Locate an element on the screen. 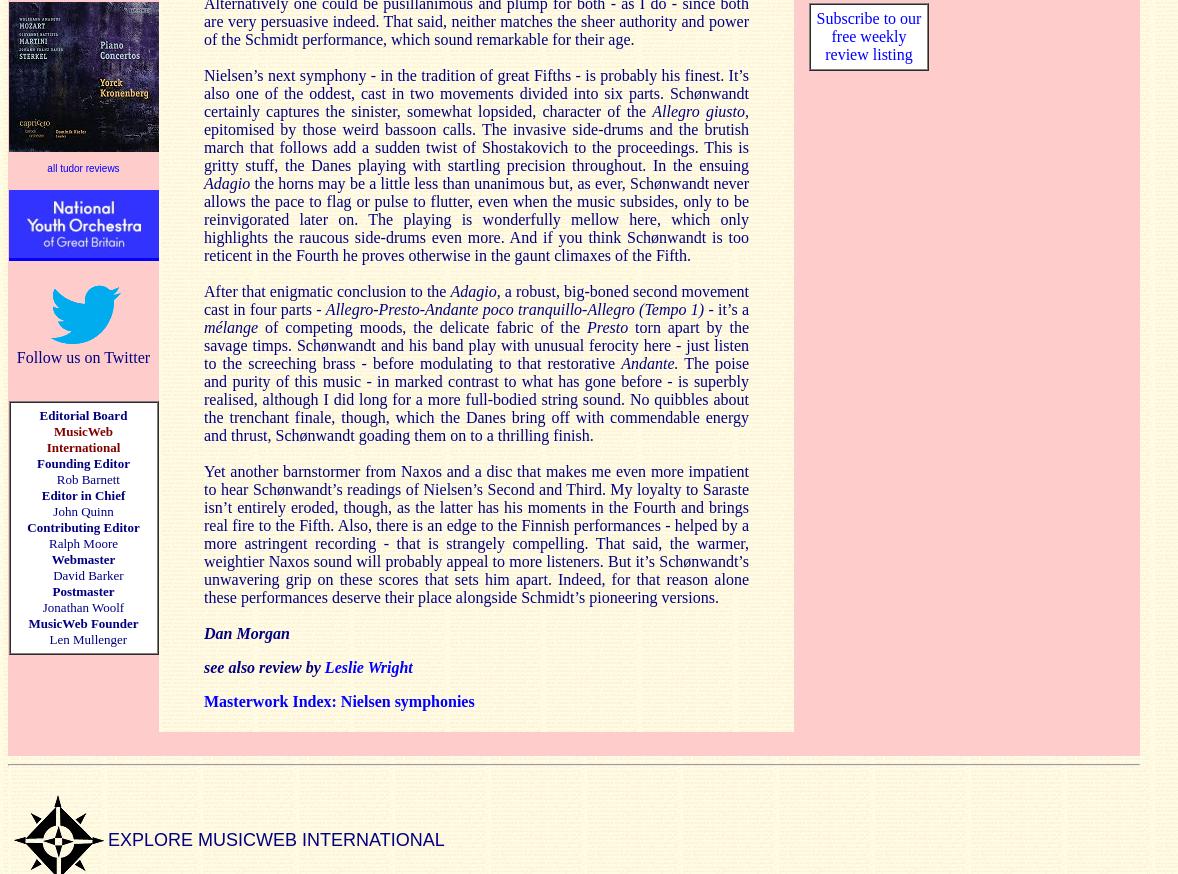 The width and height of the screenshot is (1178, 874). 'Allegro giusto,' is located at coordinates (651, 110).